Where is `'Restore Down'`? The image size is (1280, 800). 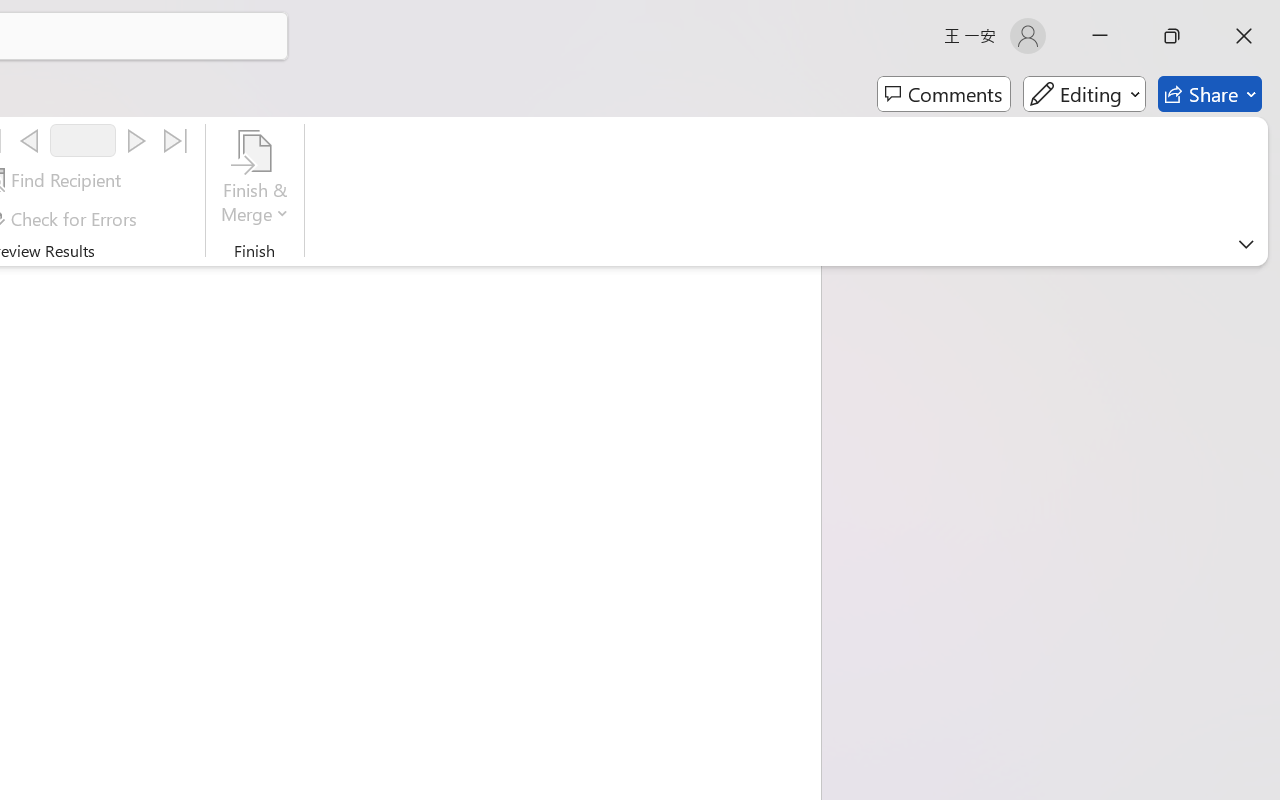
'Restore Down' is located at coordinates (1172, 35).